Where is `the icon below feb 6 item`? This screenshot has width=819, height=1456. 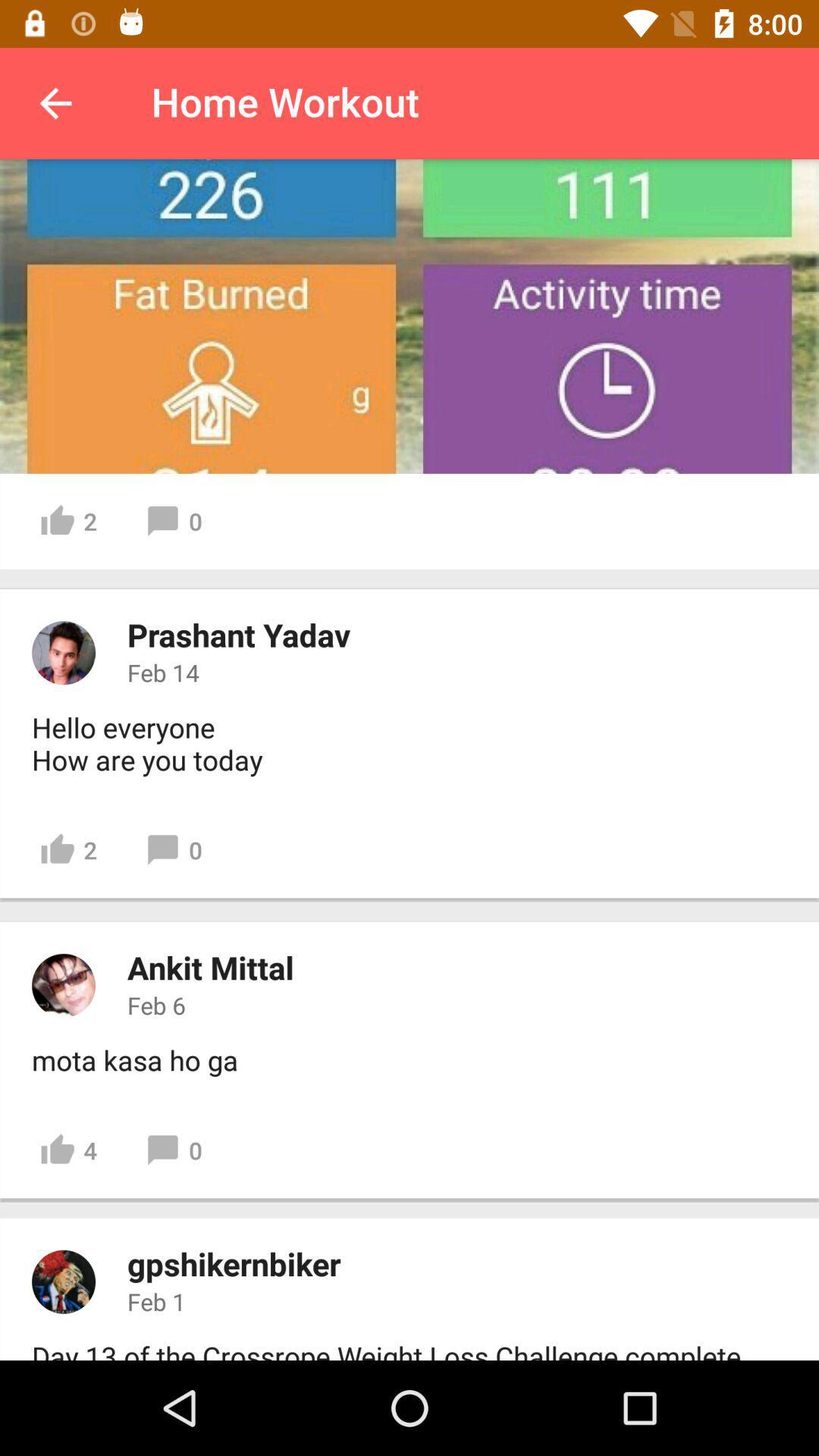
the icon below feb 6 item is located at coordinates (134, 1059).